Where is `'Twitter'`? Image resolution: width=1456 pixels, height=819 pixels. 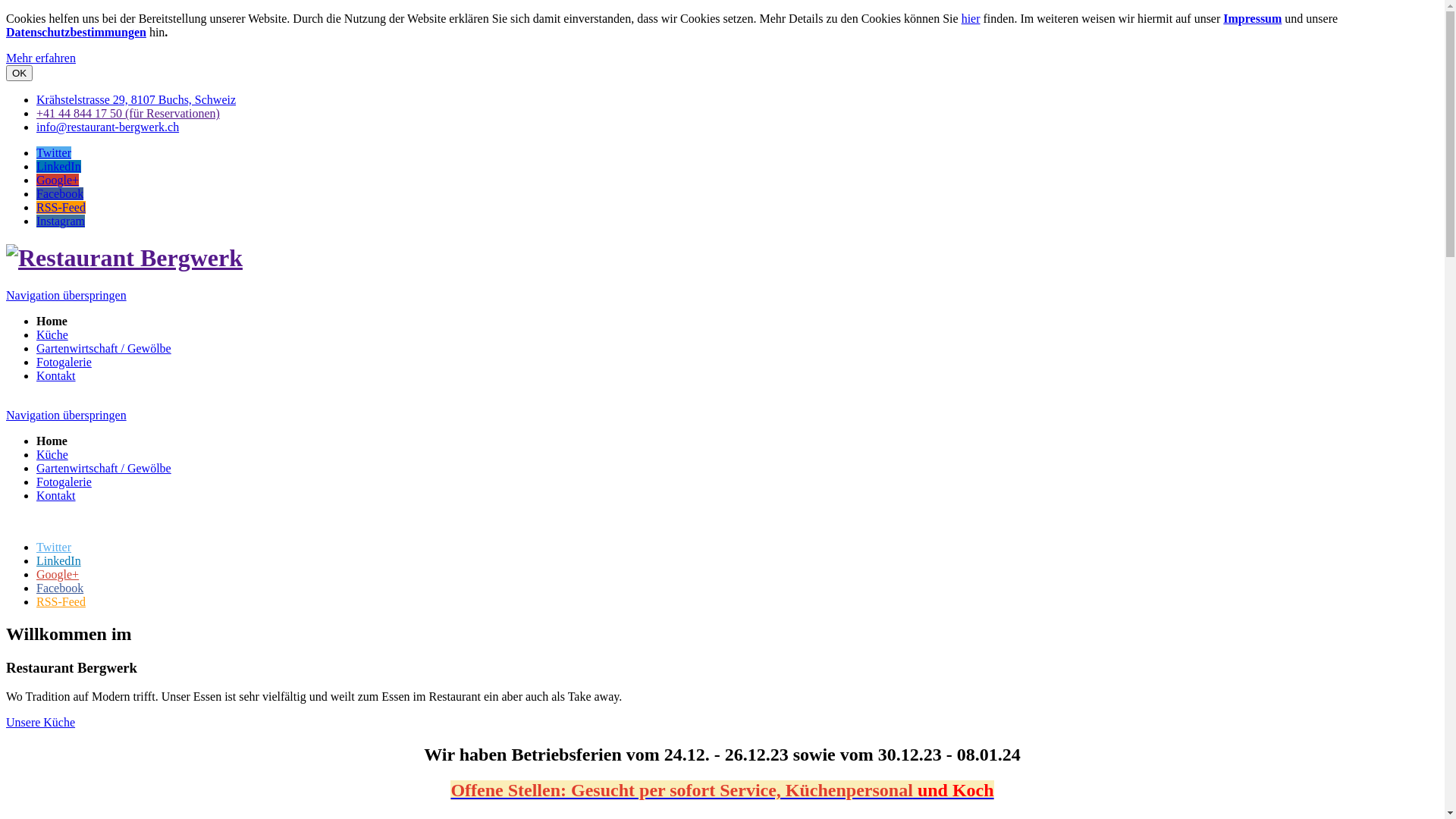
'Twitter' is located at coordinates (54, 152).